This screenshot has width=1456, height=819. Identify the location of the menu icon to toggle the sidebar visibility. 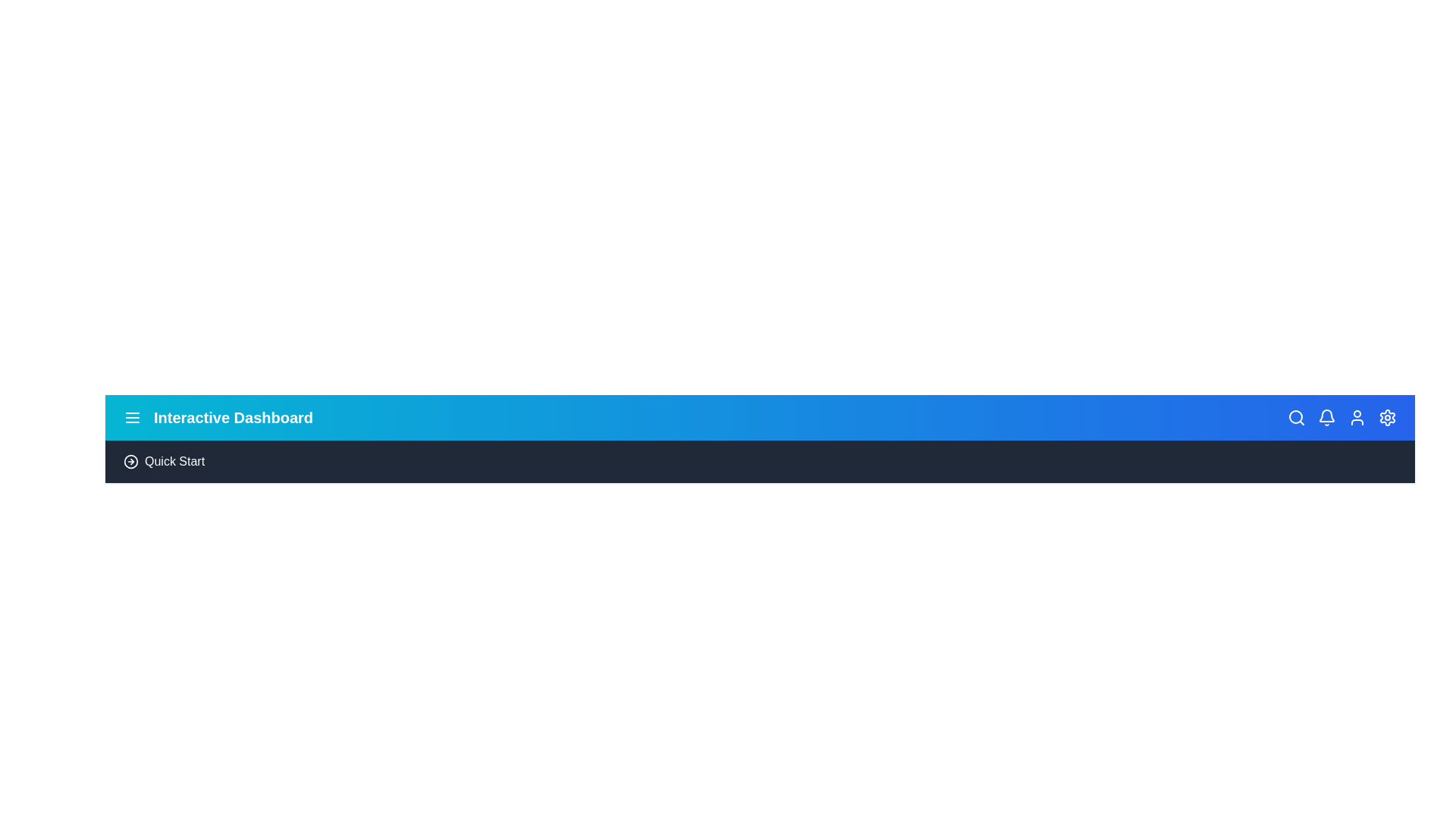
(132, 418).